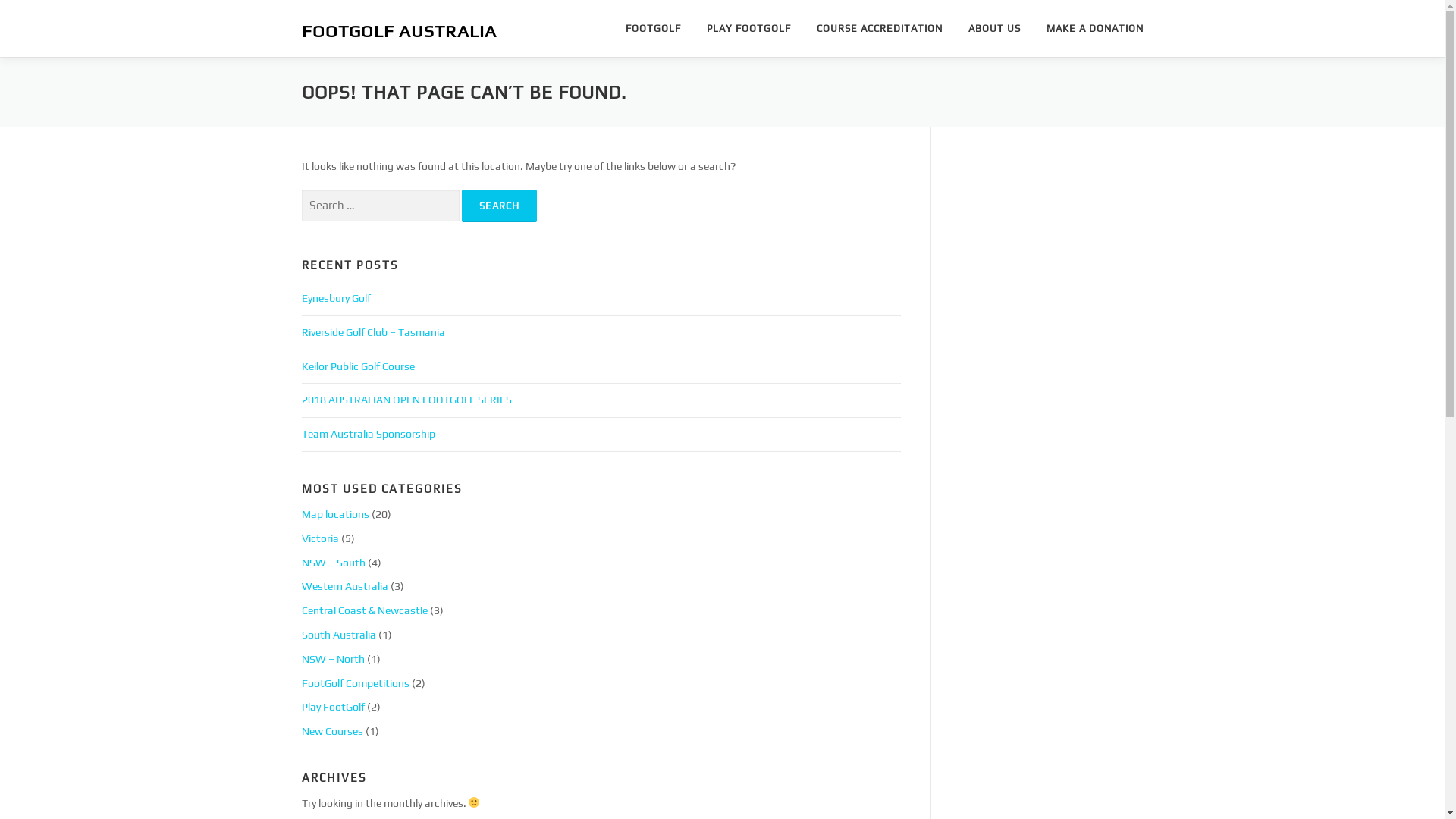 The height and width of the screenshot is (819, 1456). What do you see at coordinates (406, 399) in the screenshot?
I see `'2018 AUSTRALIAN OPEN FOOTGOLF SERIES'` at bounding box center [406, 399].